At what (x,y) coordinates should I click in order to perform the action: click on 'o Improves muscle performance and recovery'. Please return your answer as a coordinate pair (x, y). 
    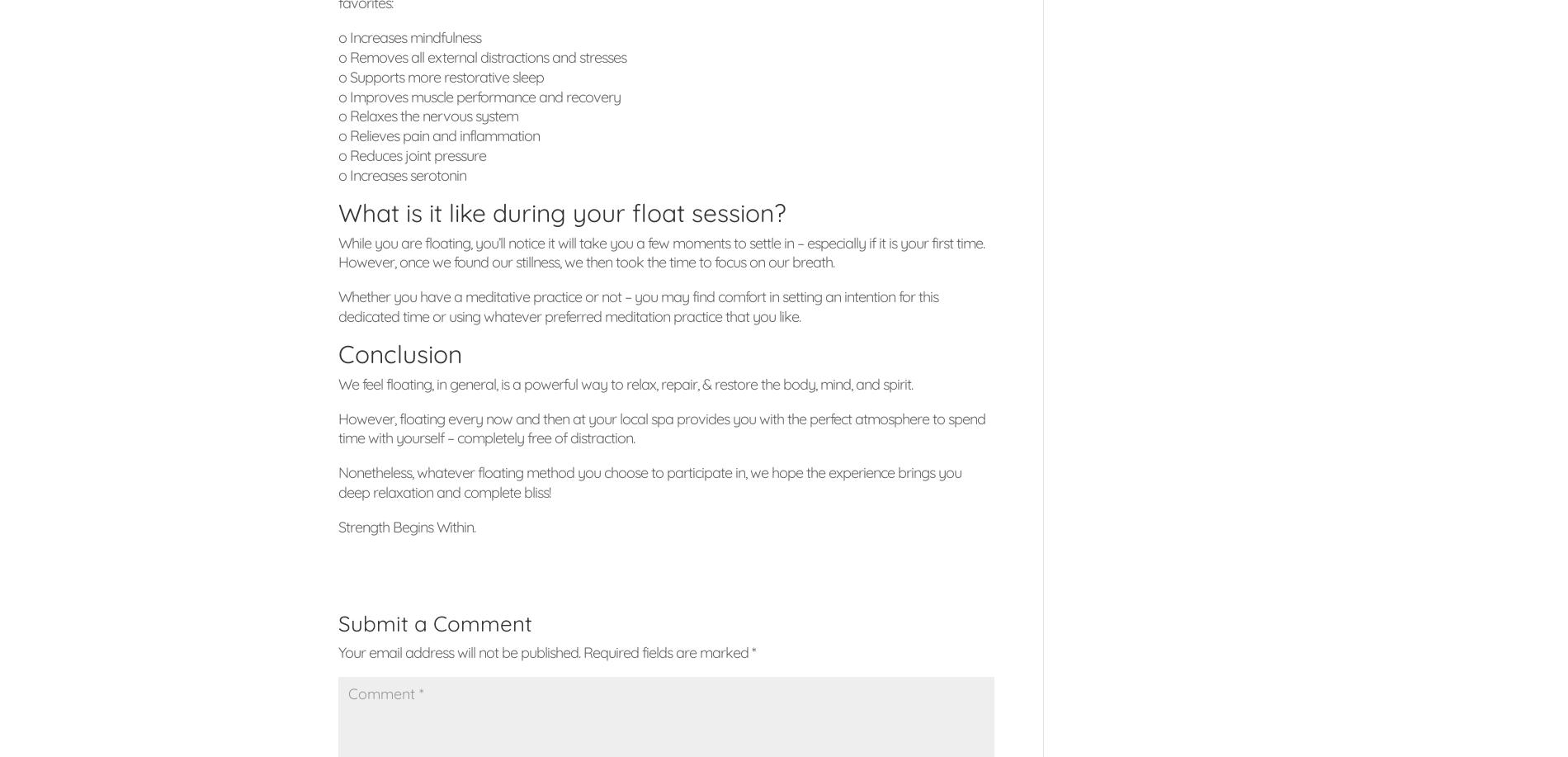
    Looking at the image, I should click on (479, 95).